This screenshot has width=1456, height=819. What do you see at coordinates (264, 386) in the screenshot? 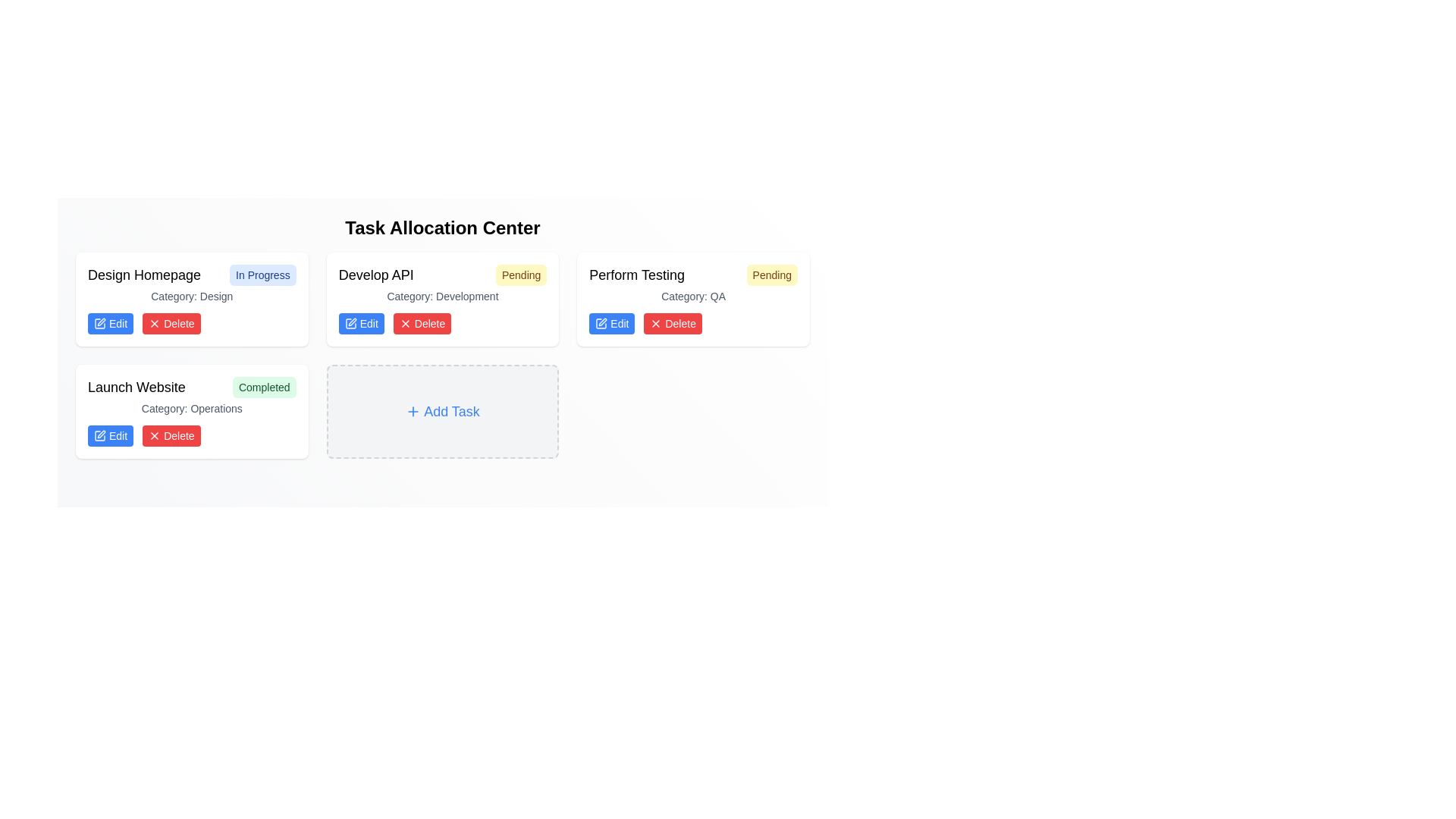
I see `the Status label that displays 'Completed' in dark green on a light green background, located to the right of the 'Launch Website' task title within the task card` at bounding box center [264, 386].